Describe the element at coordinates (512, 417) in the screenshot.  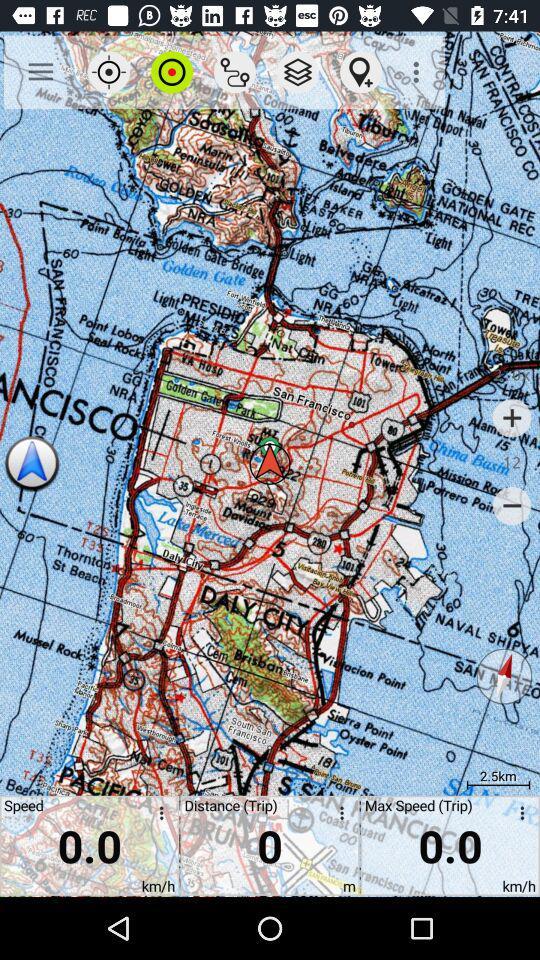
I see `the add icon` at that location.